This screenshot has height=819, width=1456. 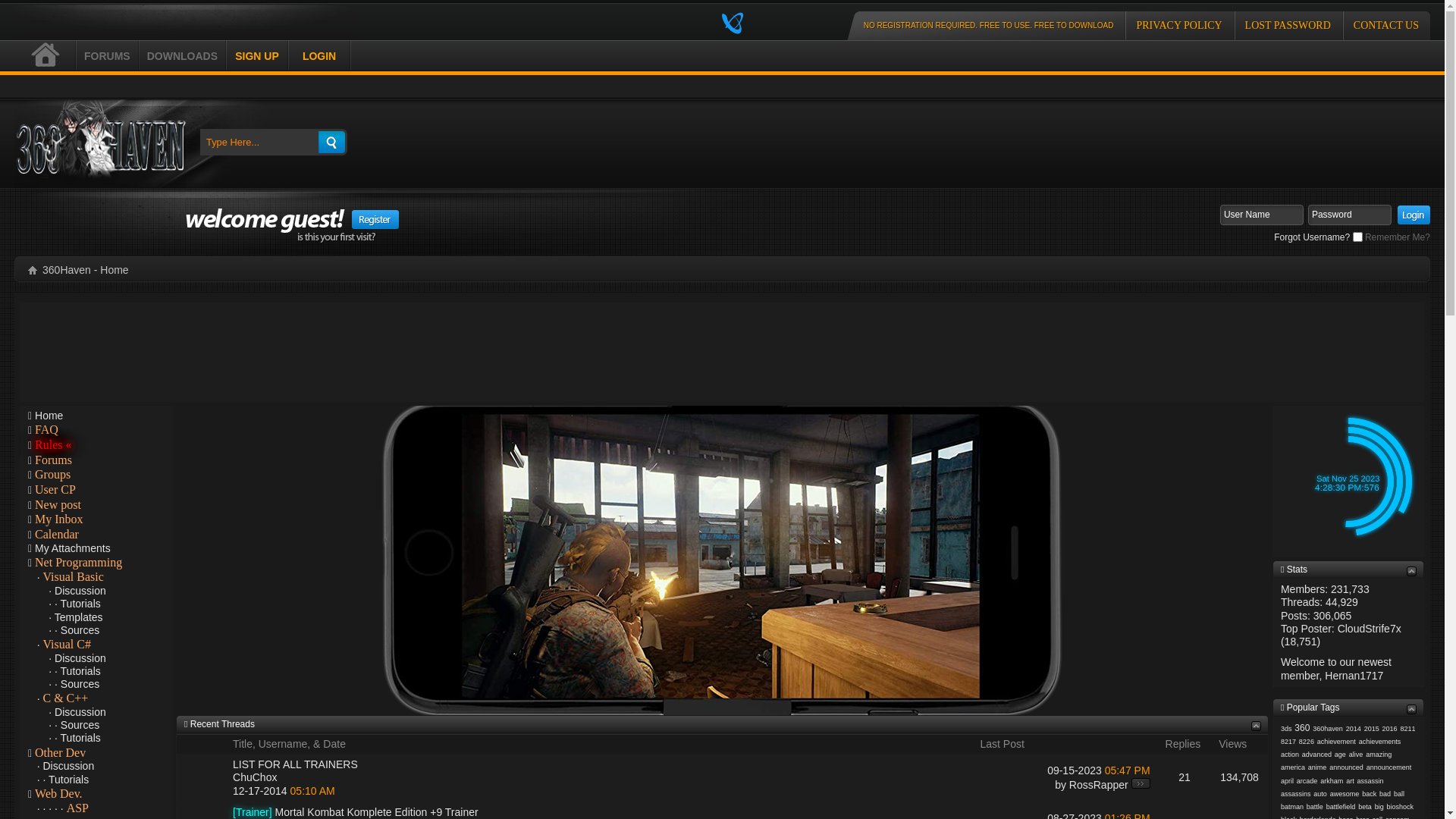 I want to click on 'Discussion', so click(x=67, y=766).